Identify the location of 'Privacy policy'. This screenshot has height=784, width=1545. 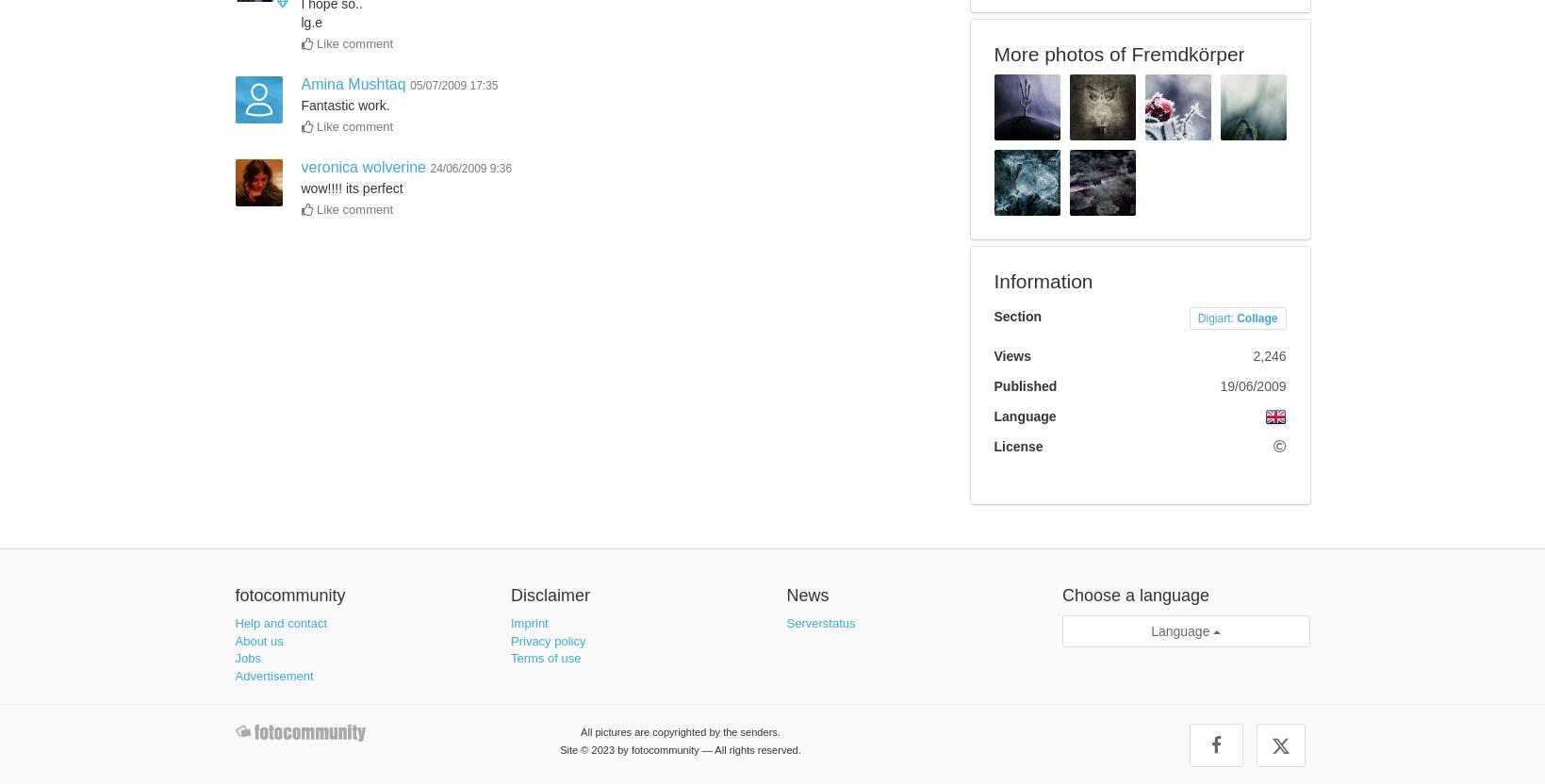
(547, 639).